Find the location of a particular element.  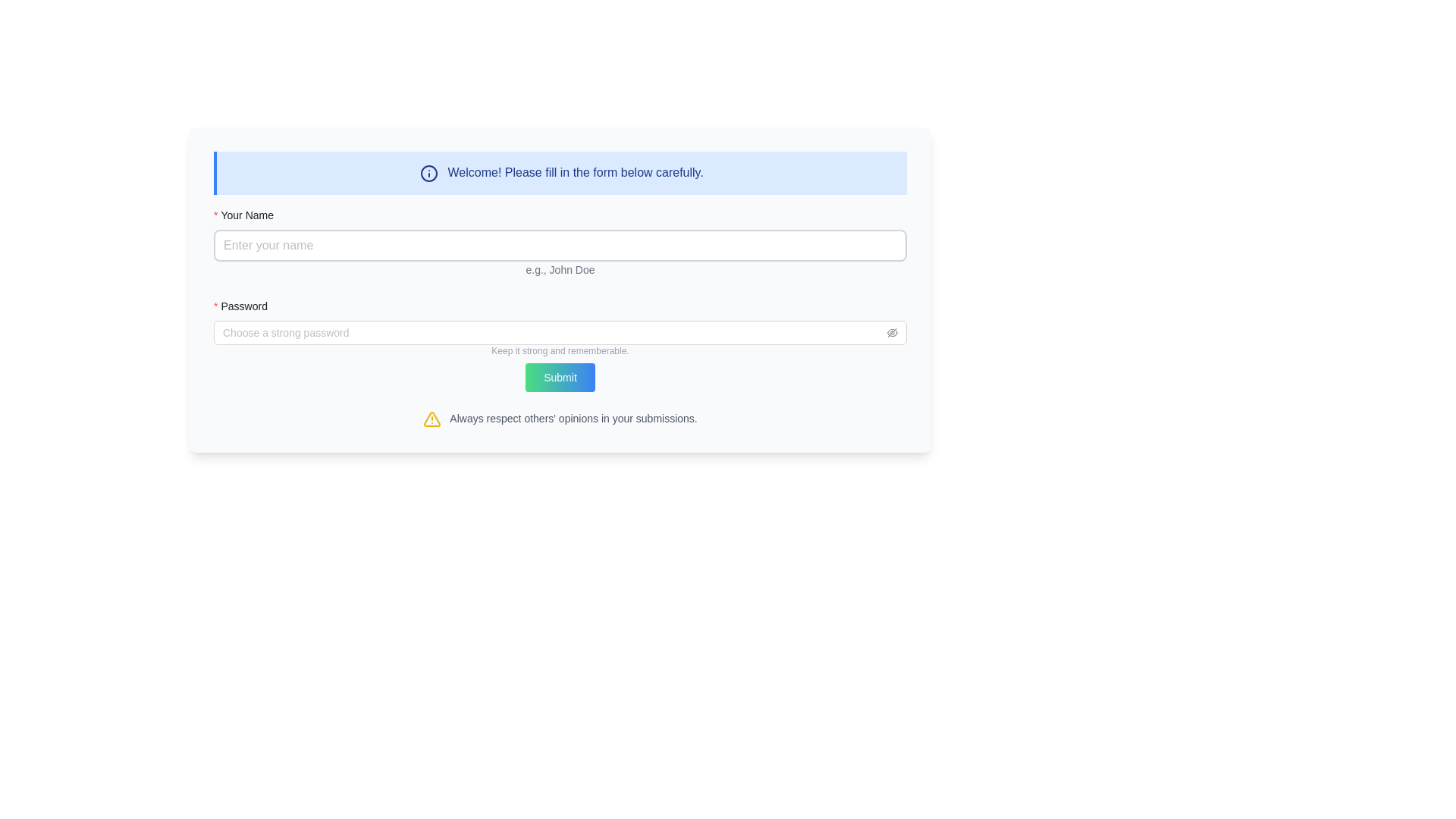

the eye icon button with a strikethrough inside the password input field is located at coordinates (892, 331).